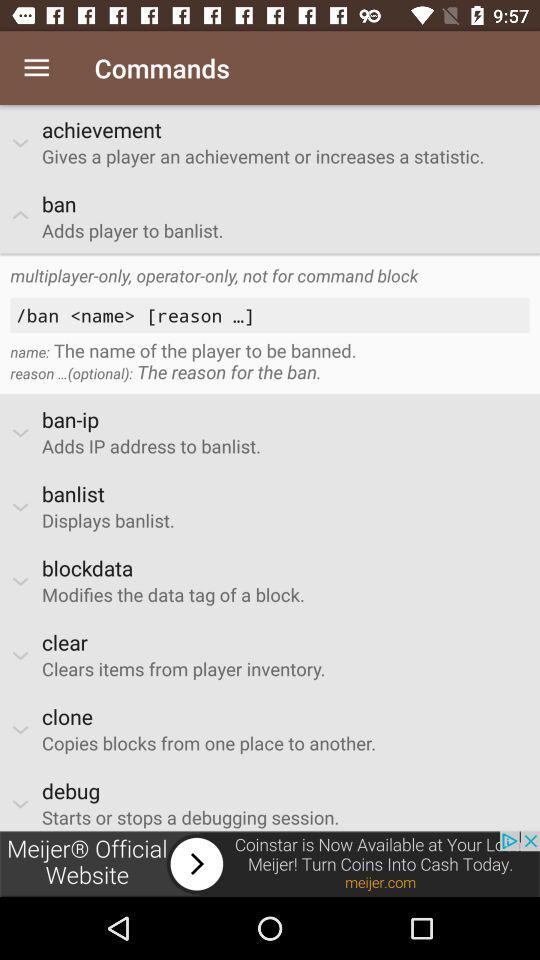  What do you see at coordinates (270, 863) in the screenshot?
I see `advertisement to open meijer official website` at bounding box center [270, 863].